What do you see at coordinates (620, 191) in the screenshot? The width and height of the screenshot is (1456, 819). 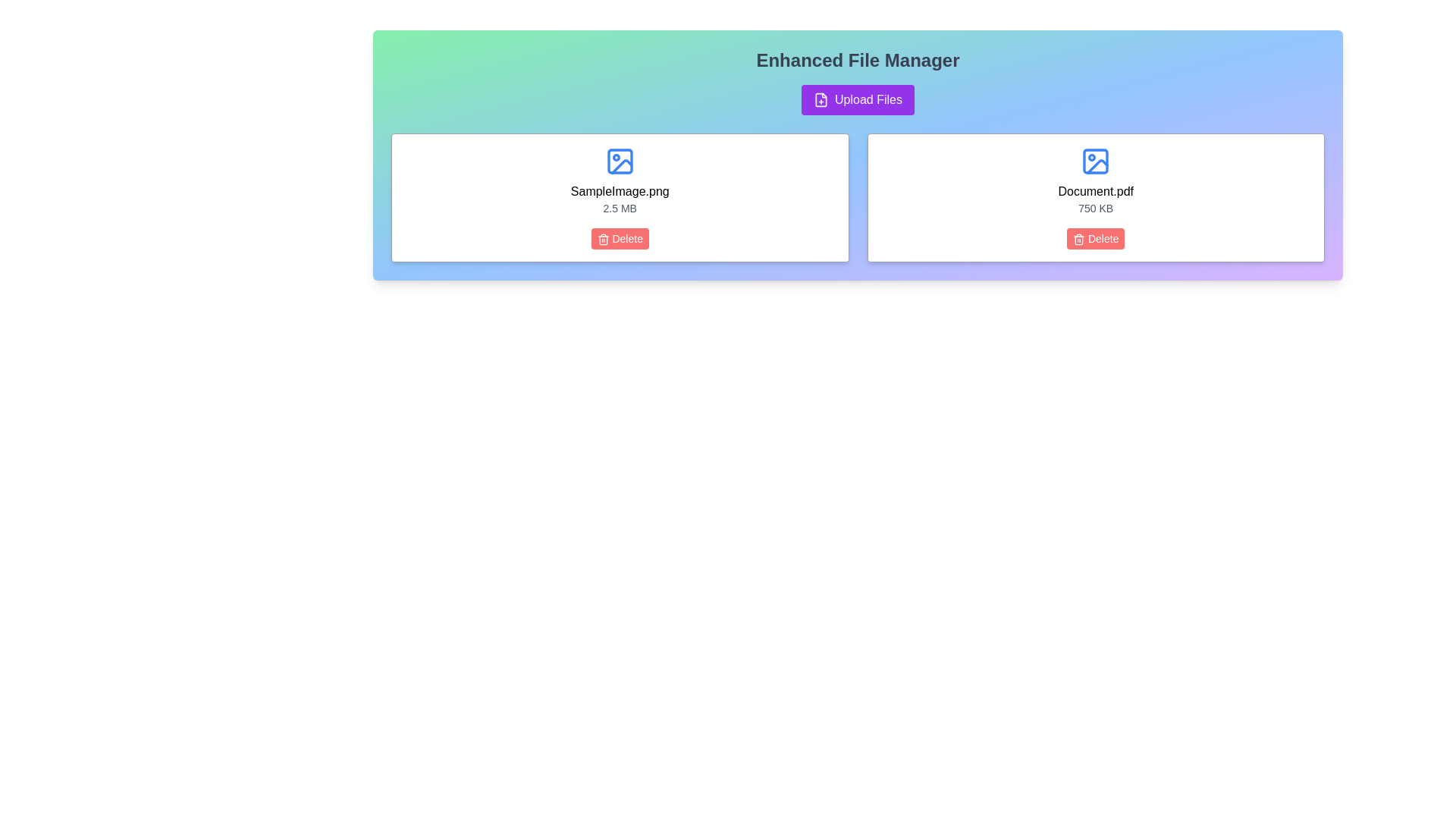 I see `text content of the label that displays 'SampleImage.png', which is styled with a medium font weight and is center-aligned within a file item card in the file manager interface` at bounding box center [620, 191].